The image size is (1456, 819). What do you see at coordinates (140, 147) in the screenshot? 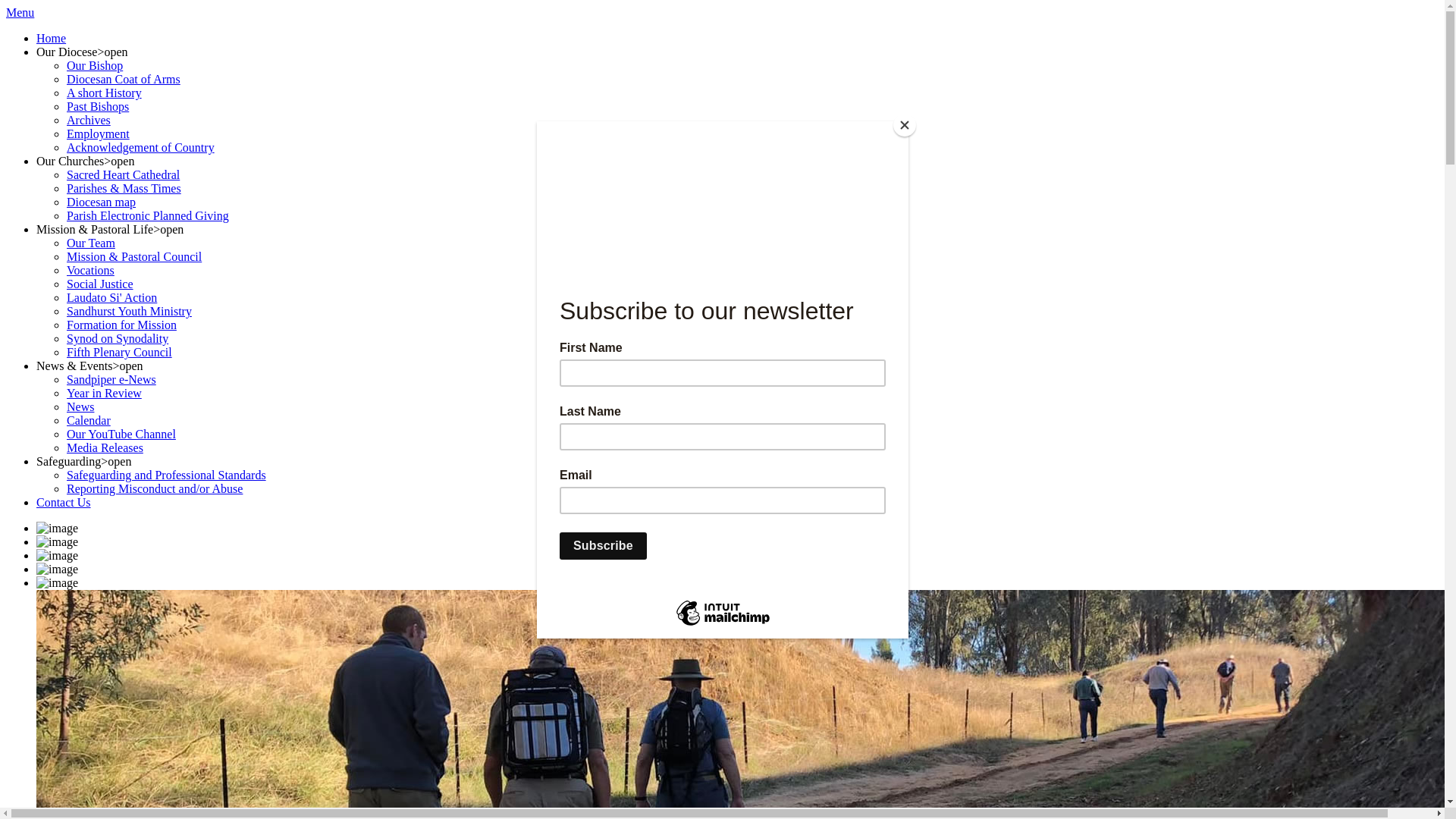
I see `'Acknowledgement of Country'` at bounding box center [140, 147].